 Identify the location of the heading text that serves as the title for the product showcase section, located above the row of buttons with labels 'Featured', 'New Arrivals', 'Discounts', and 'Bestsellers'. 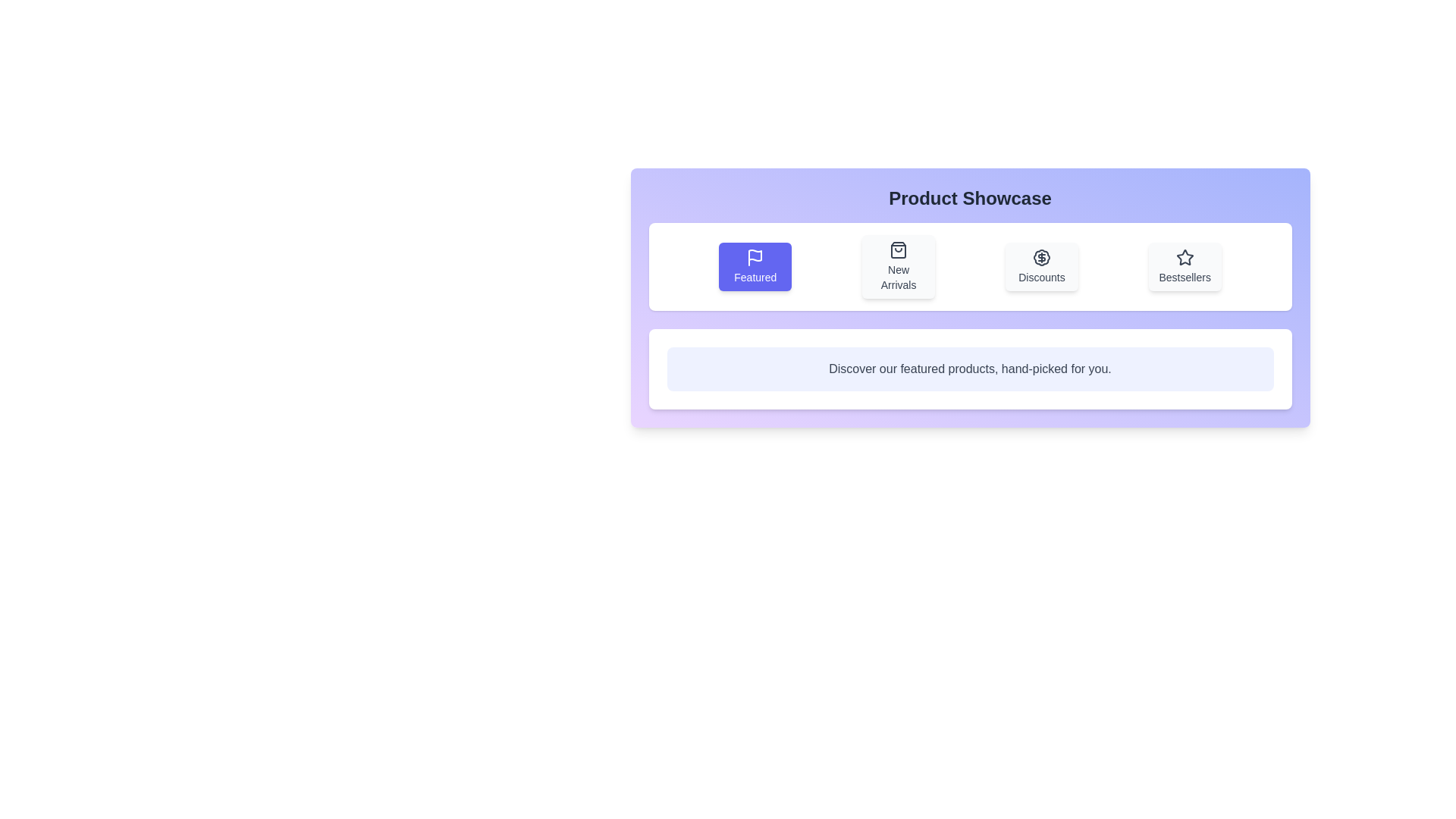
(969, 198).